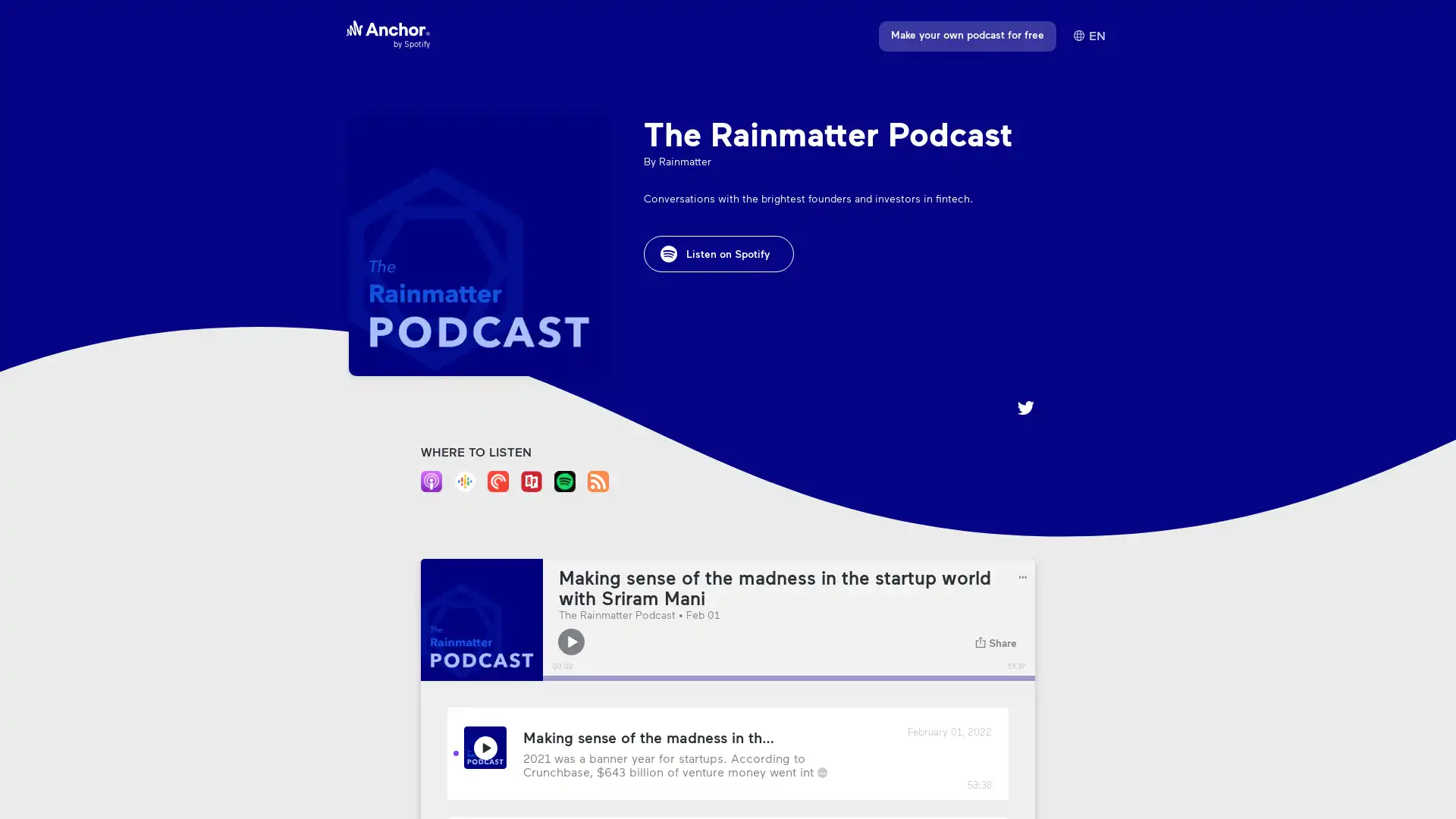  Describe the element at coordinates (996, 642) in the screenshot. I see `Share` at that location.